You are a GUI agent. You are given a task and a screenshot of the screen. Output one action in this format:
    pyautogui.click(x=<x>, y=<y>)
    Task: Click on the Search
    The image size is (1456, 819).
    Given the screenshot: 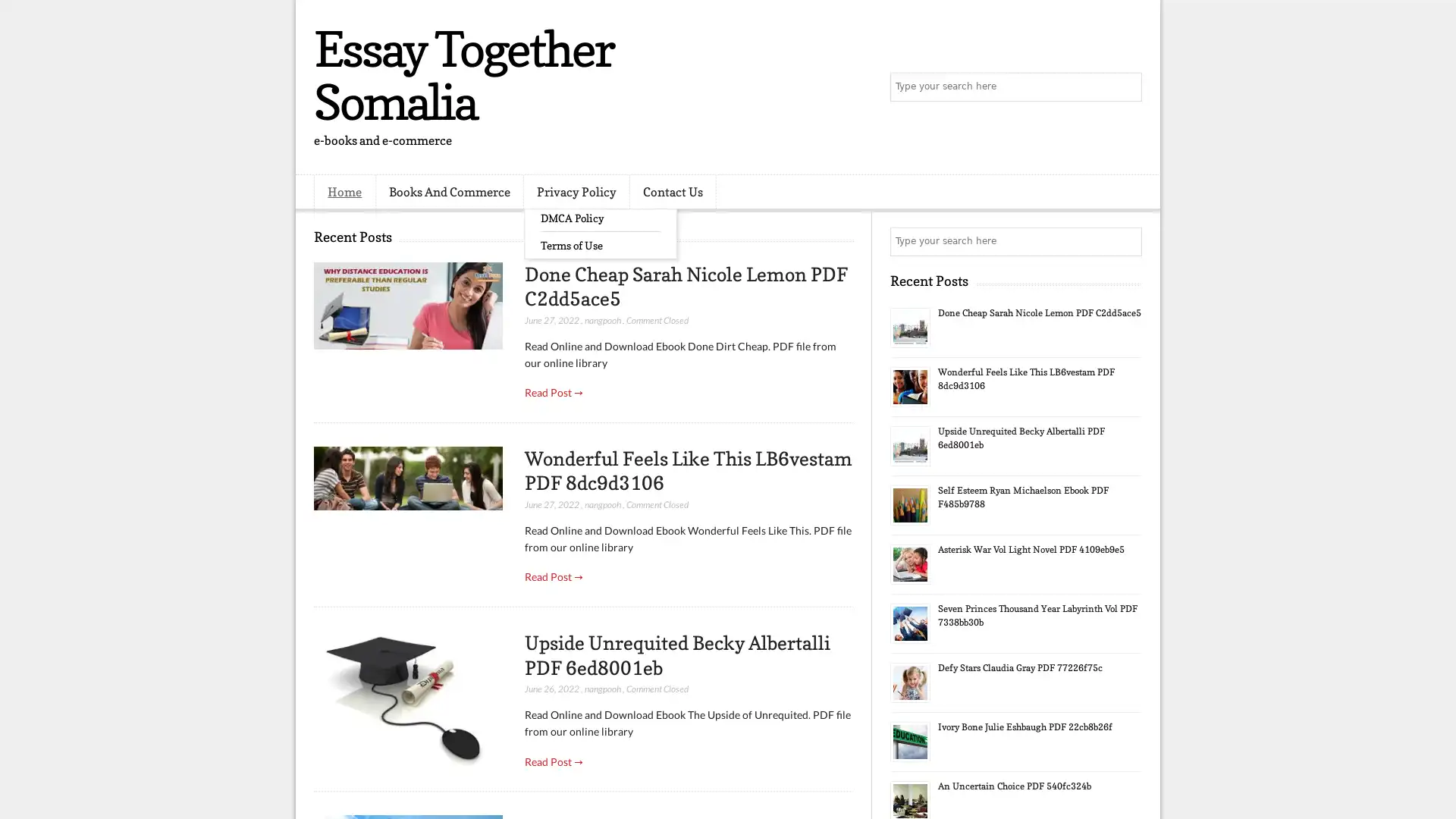 What is the action you would take?
    pyautogui.click(x=1126, y=87)
    